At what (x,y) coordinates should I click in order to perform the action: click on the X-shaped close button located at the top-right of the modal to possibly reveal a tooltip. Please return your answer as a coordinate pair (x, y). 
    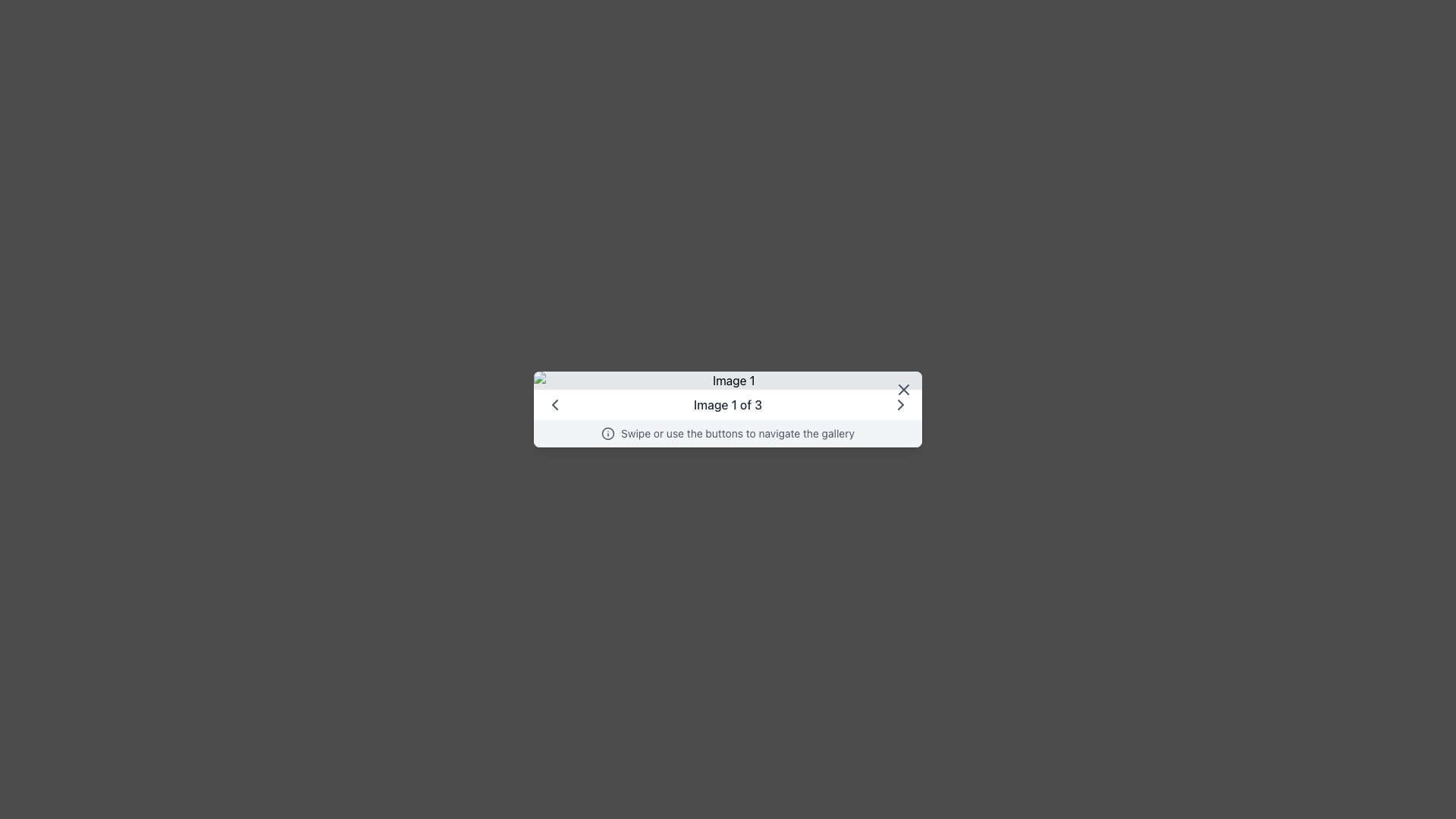
    Looking at the image, I should click on (903, 388).